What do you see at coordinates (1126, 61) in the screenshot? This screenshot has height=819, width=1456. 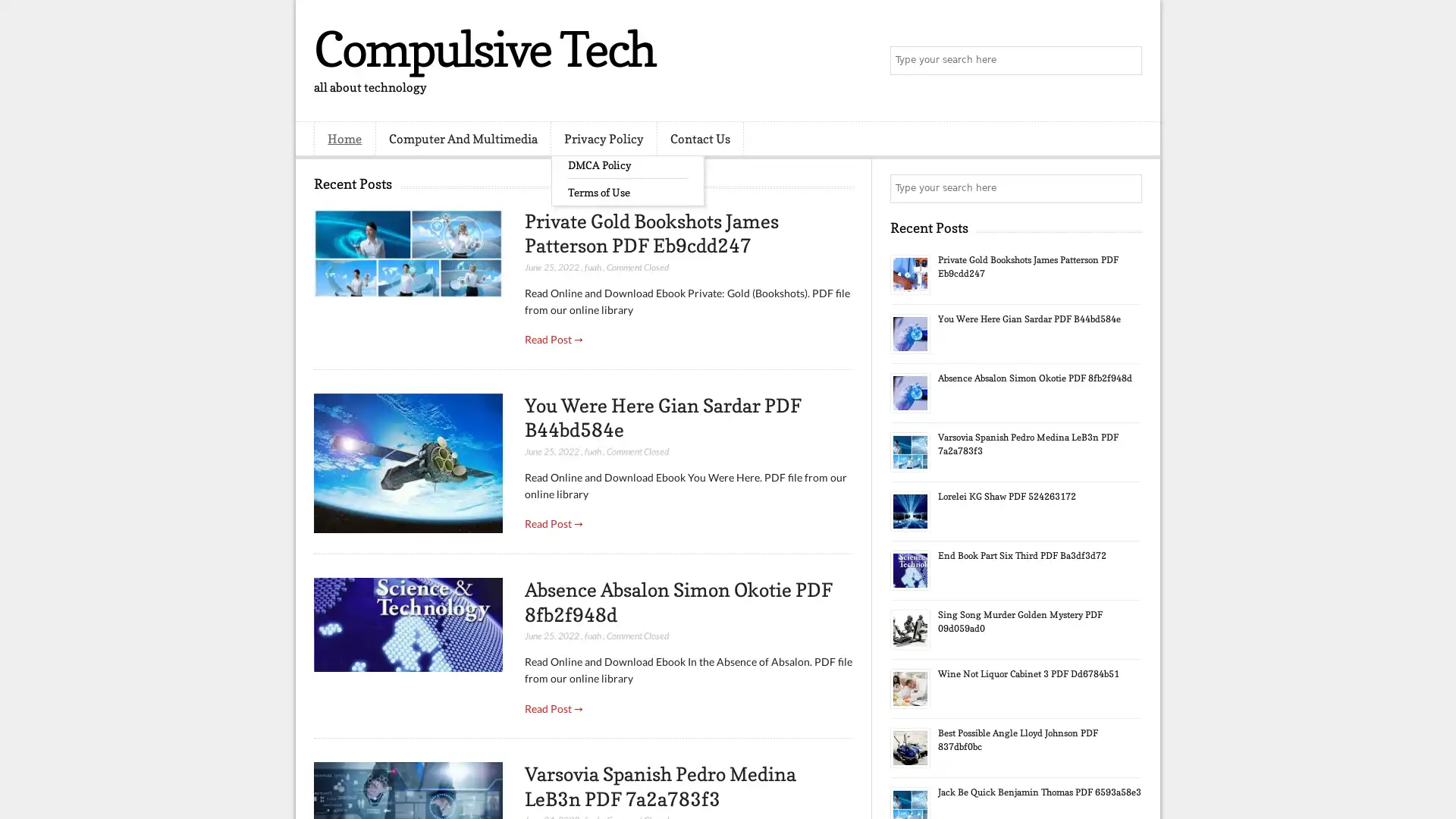 I see `Search` at bounding box center [1126, 61].